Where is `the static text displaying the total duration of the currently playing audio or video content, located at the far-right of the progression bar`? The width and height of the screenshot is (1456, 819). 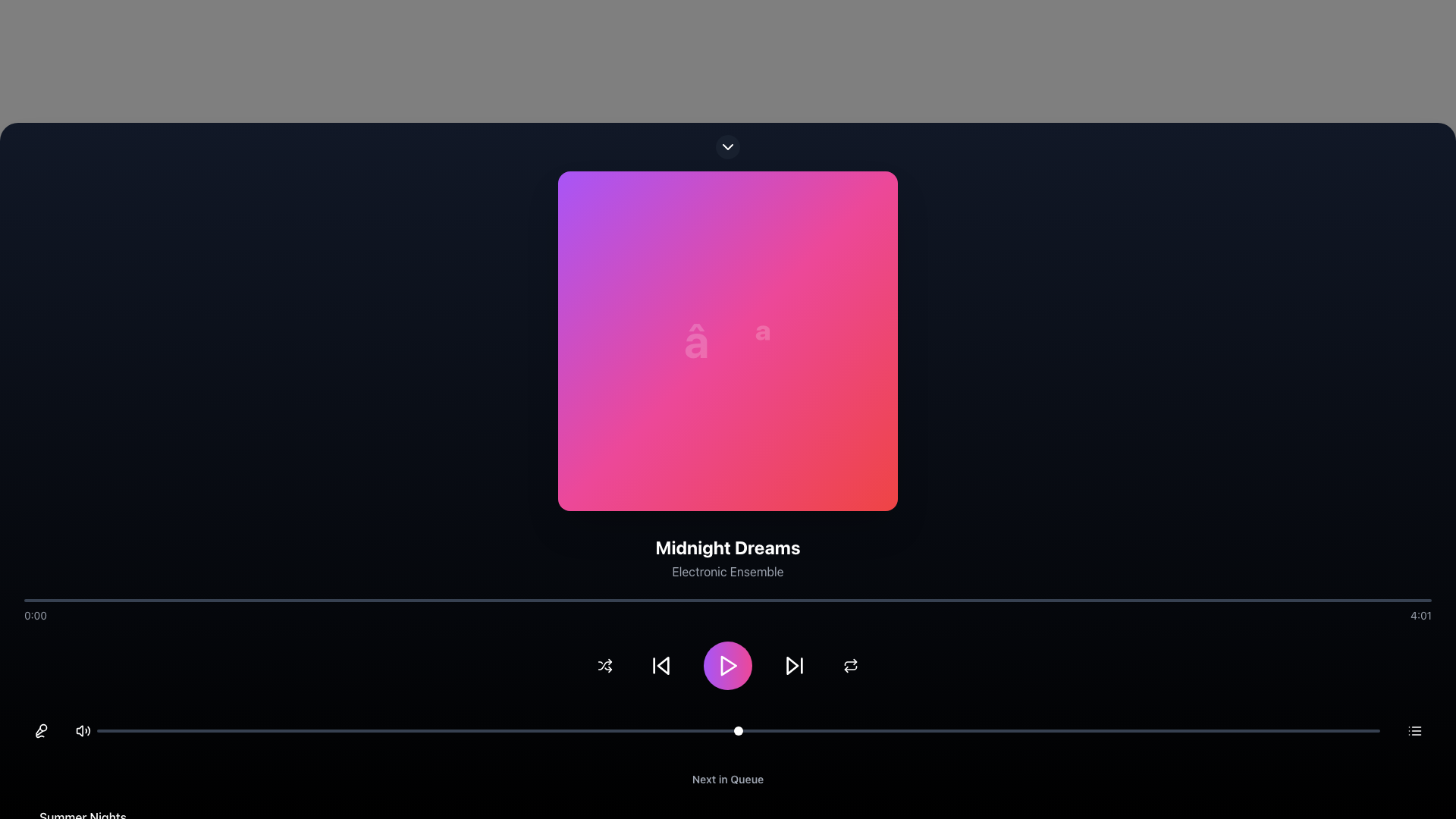 the static text displaying the total duration of the currently playing audio or video content, located at the far-right of the progression bar is located at coordinates (1420, 616).